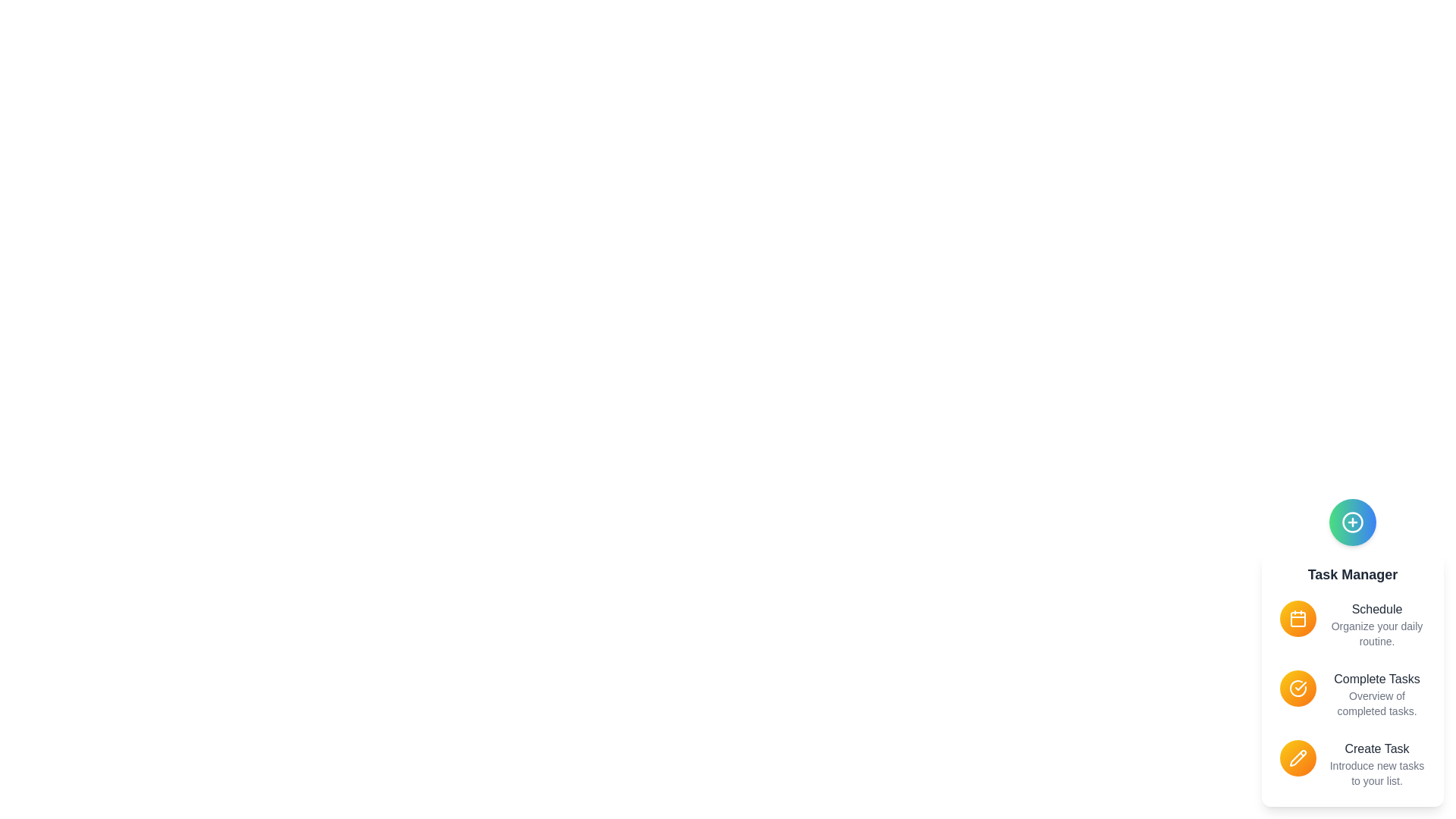 The width and height of the screenshot is (1456, 819). What do you see at coordinates (1376, 678) in the screenshot?
I see `the 'Complete Tasks' option in the task manager` at bounding box center [1376, 678].